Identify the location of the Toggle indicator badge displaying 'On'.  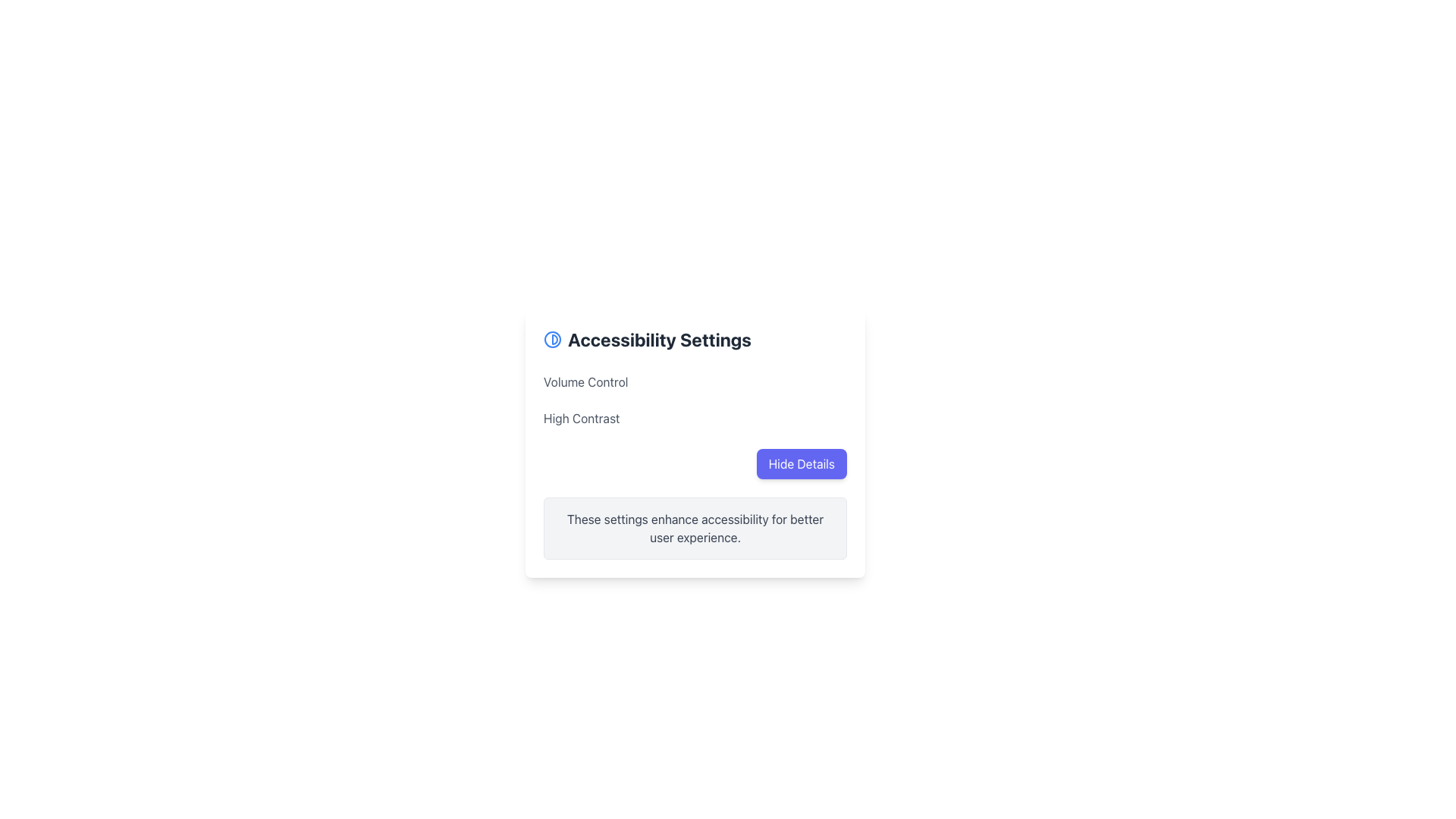
(821, 381).